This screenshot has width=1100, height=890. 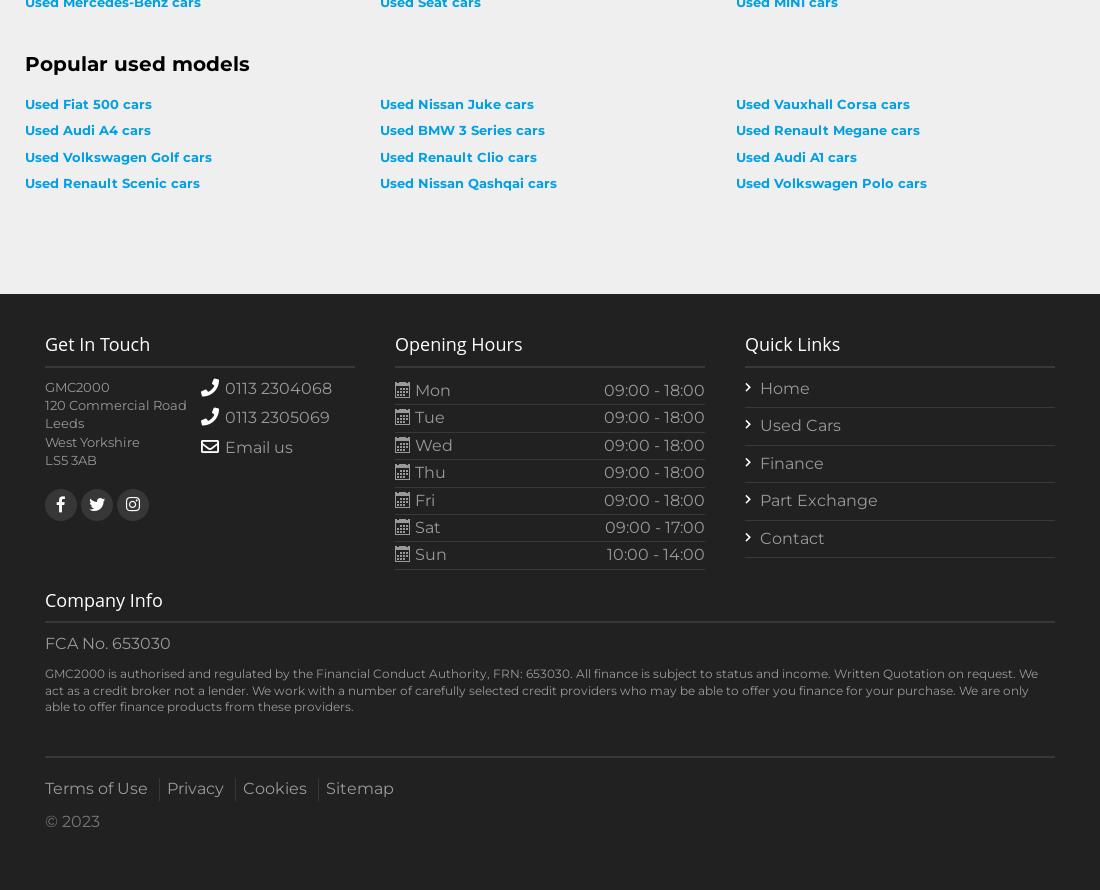 I want to click on 'Mon', so click(x=429, y=389).